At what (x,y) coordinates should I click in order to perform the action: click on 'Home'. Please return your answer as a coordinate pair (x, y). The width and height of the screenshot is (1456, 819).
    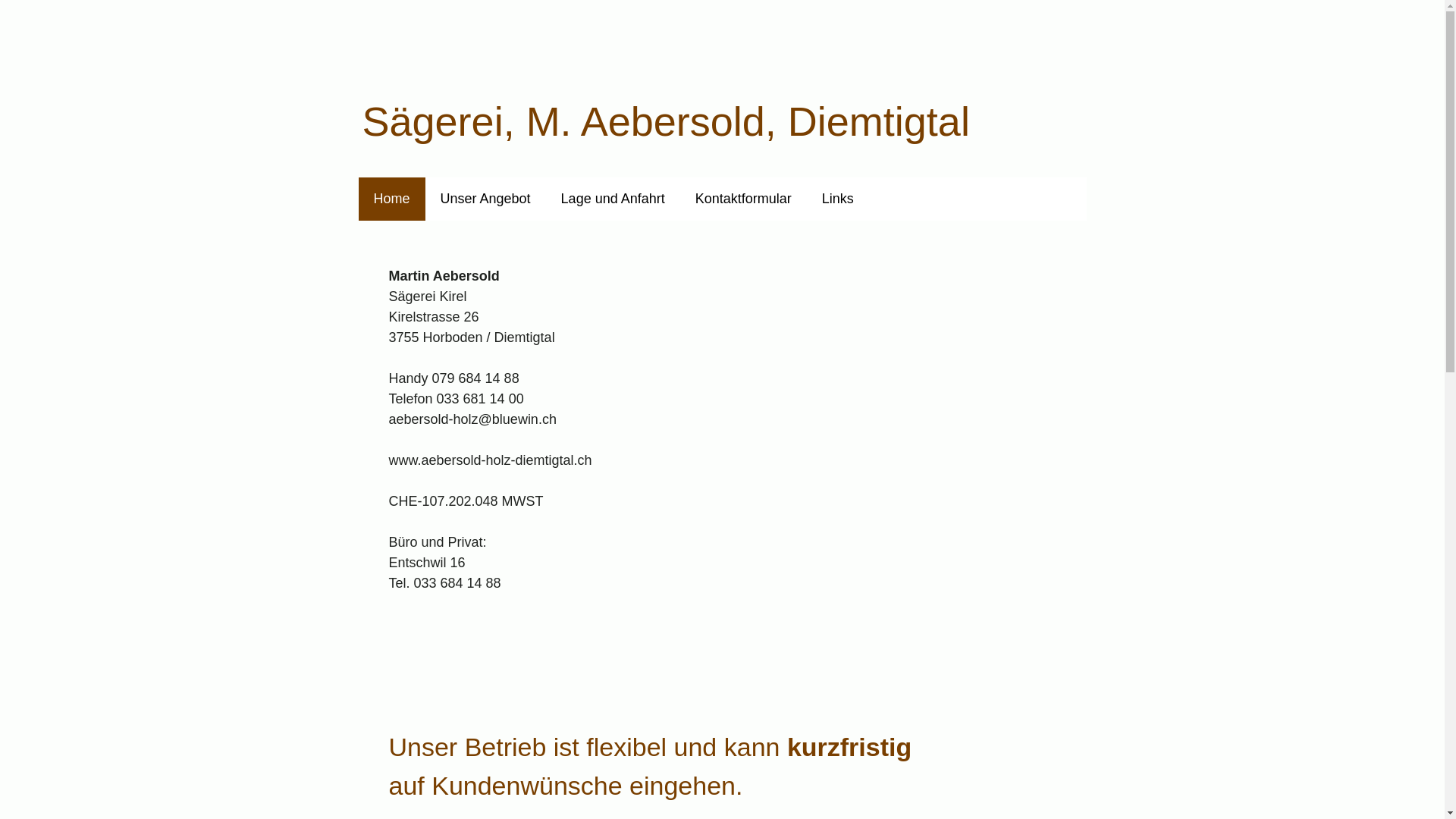
    Looking at the image, I should click on (391, 198).